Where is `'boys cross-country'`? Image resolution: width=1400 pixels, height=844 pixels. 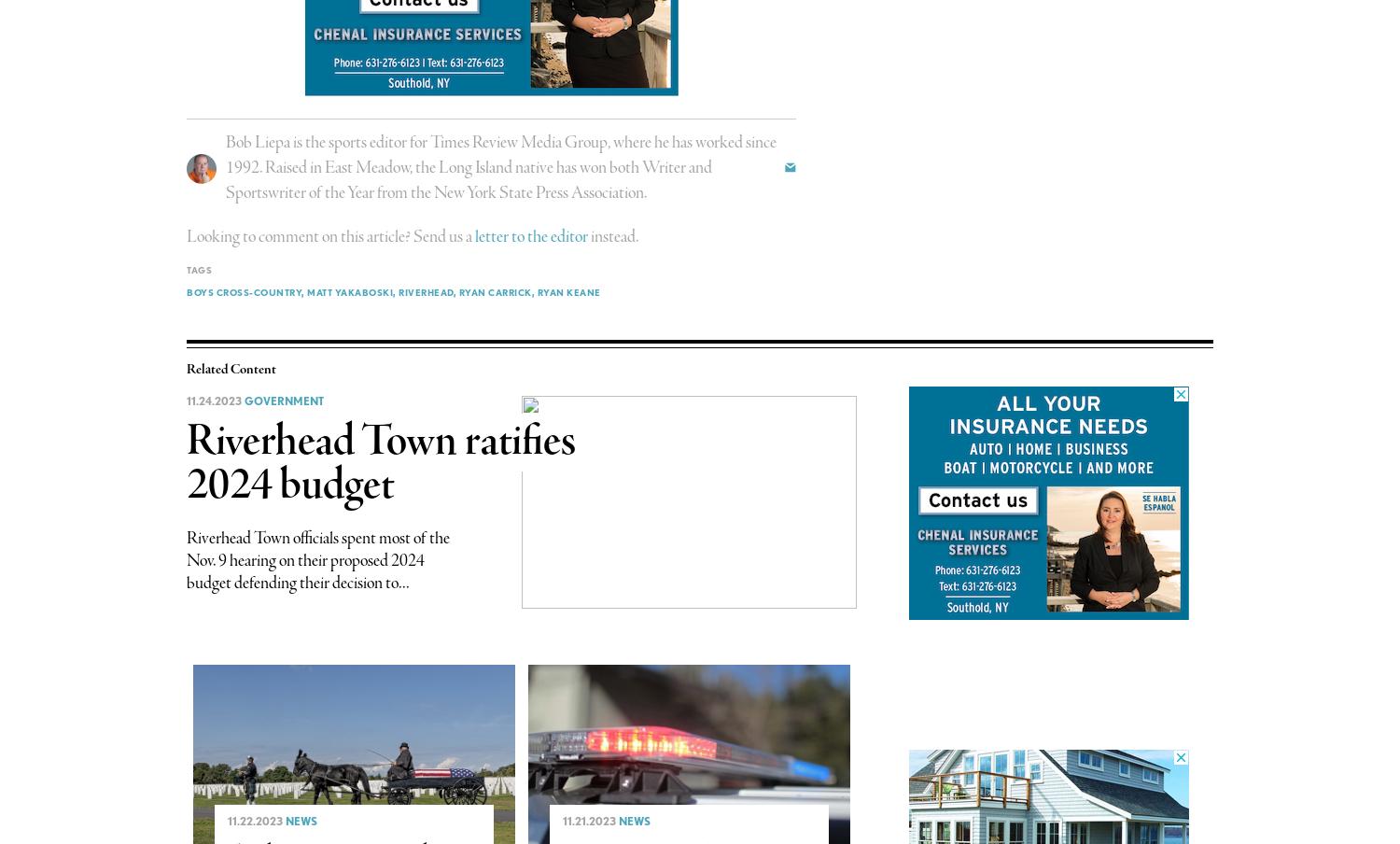
'boys cross-country' is located at coordinates (244, 291).